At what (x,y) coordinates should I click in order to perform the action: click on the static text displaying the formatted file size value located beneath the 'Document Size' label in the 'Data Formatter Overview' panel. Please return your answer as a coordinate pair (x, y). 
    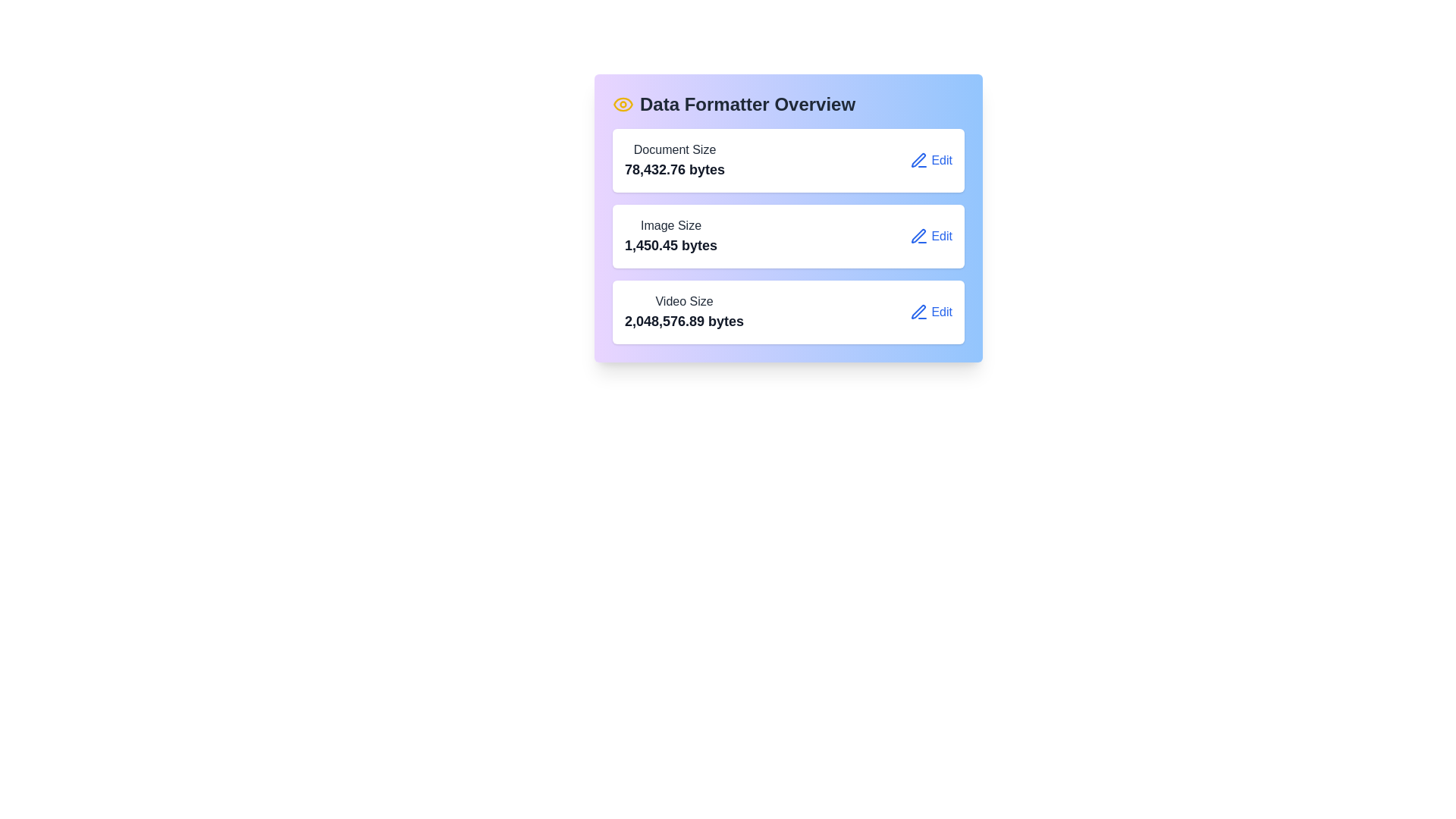
    Looking at the image, I should click on (674, 169).